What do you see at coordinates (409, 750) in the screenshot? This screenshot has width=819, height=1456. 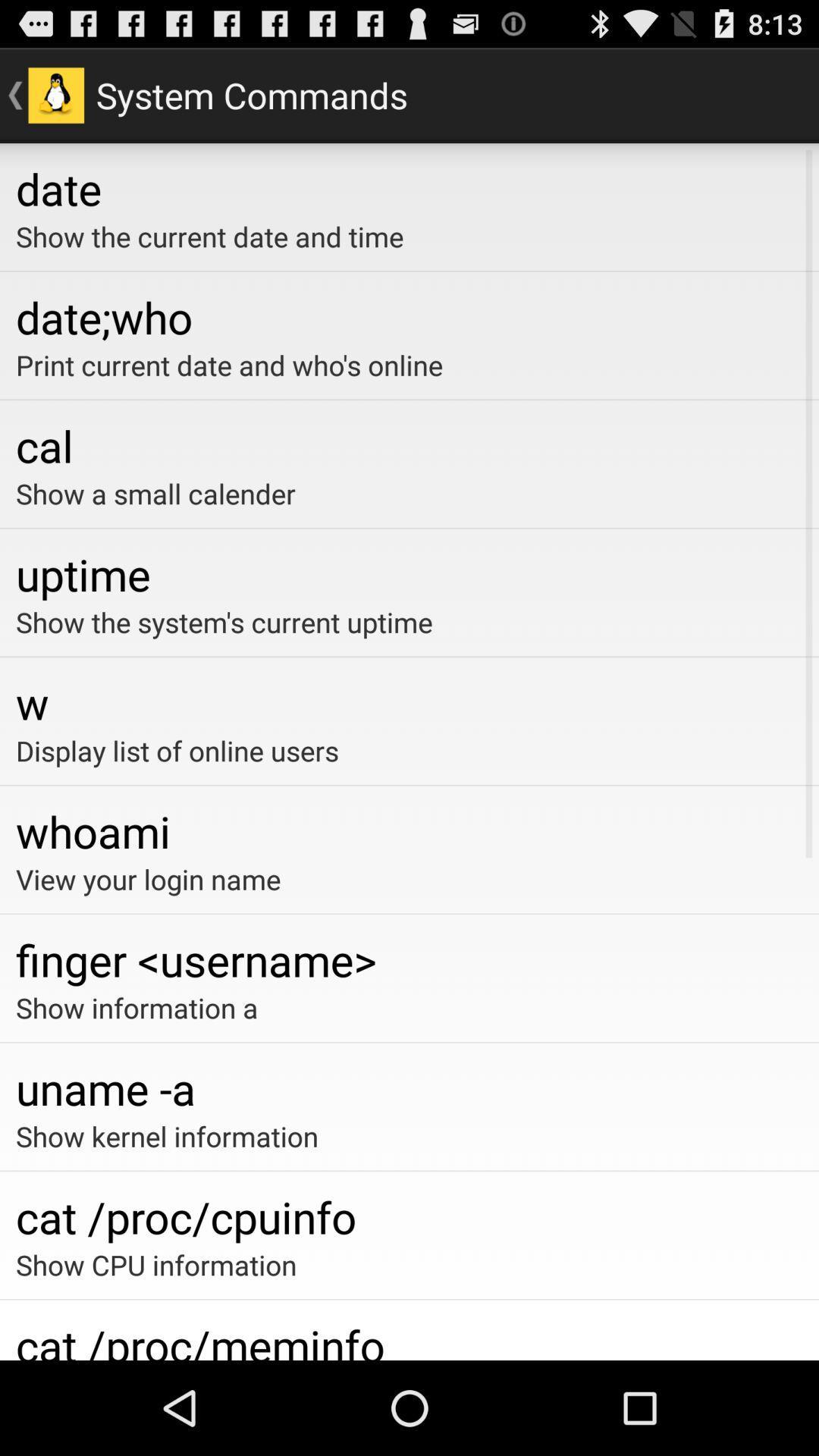 I see `item below the w item` at bounding box center [409, 750].